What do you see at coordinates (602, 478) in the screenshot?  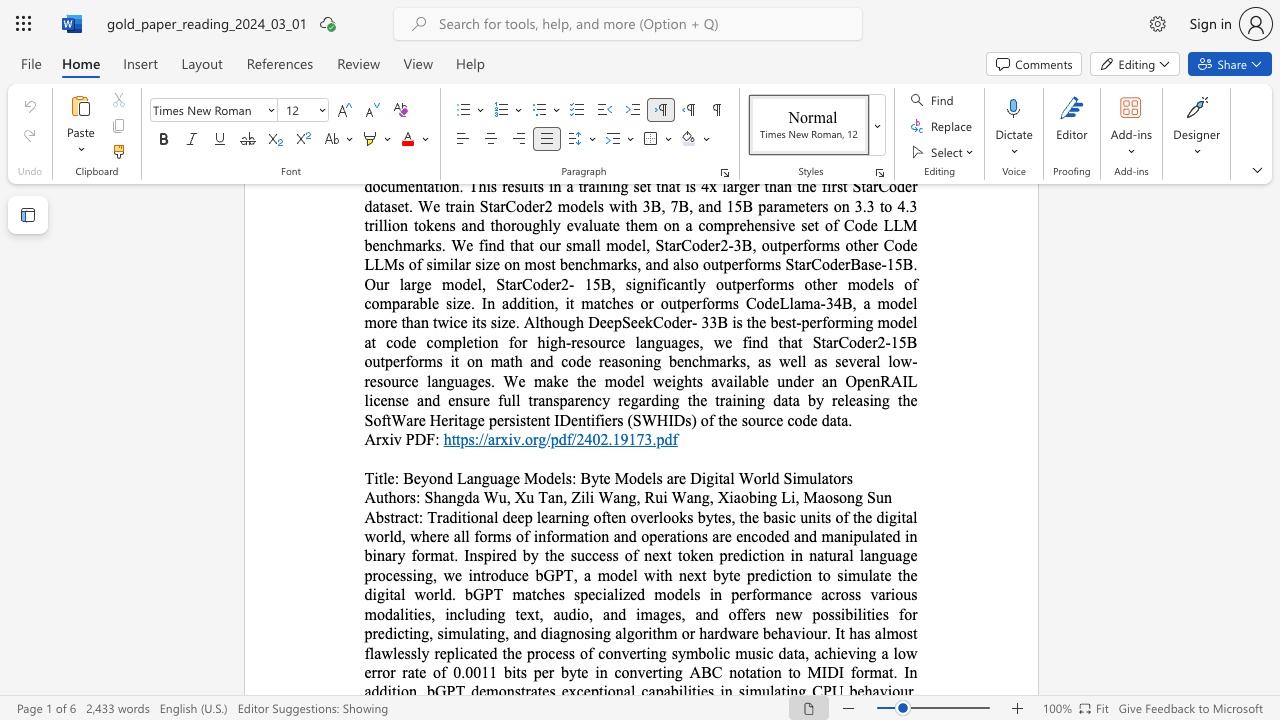 I see `the subset text "e Models are Dig" within the text "Beyond Language Models: Byte Models are Digital World Simulators"` at bounding box center [602, 478].